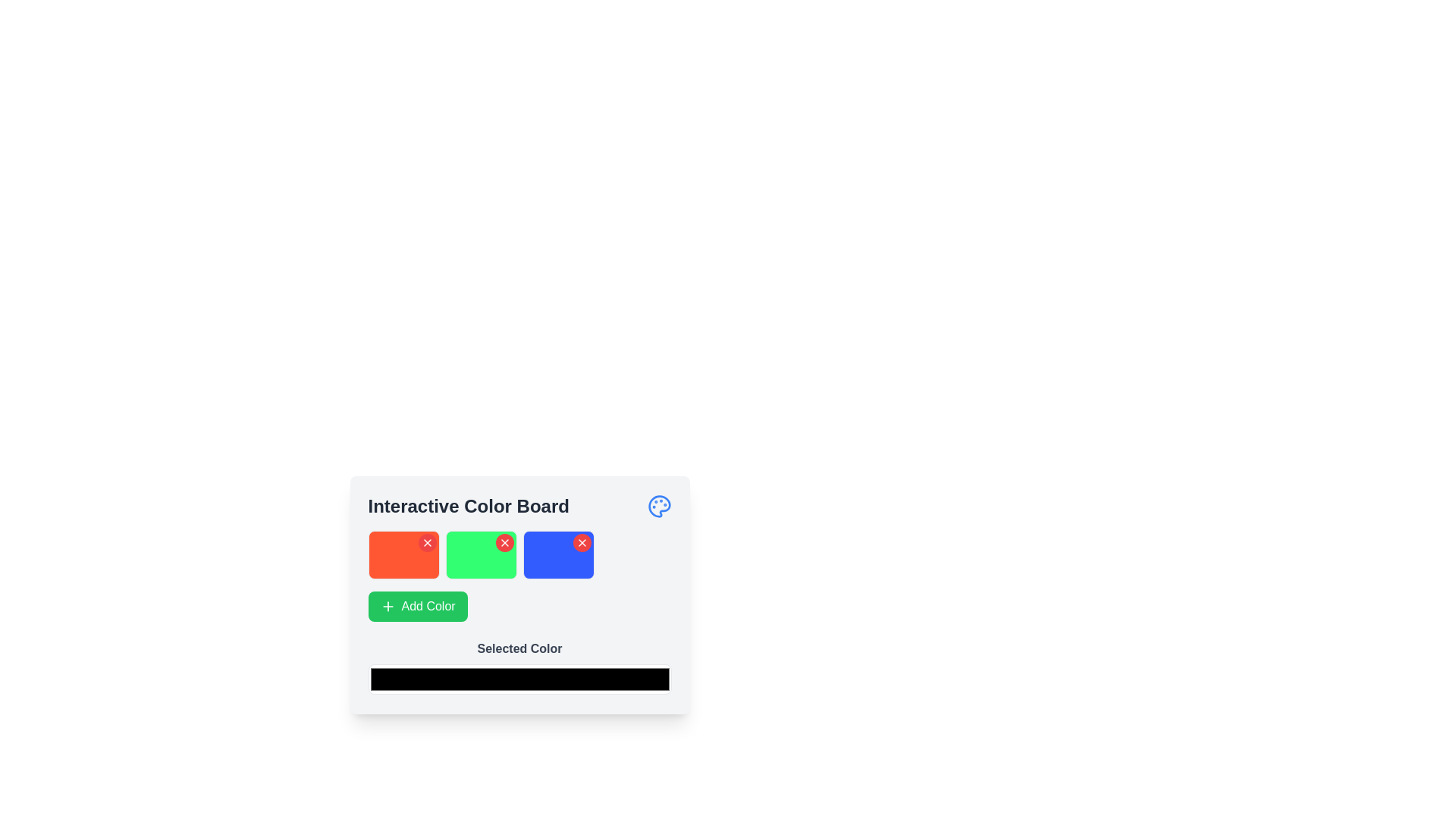  I want to click on the Close button icon in the upper-right corner of the green color box within the Interactive Color Board, so click(504, 542).